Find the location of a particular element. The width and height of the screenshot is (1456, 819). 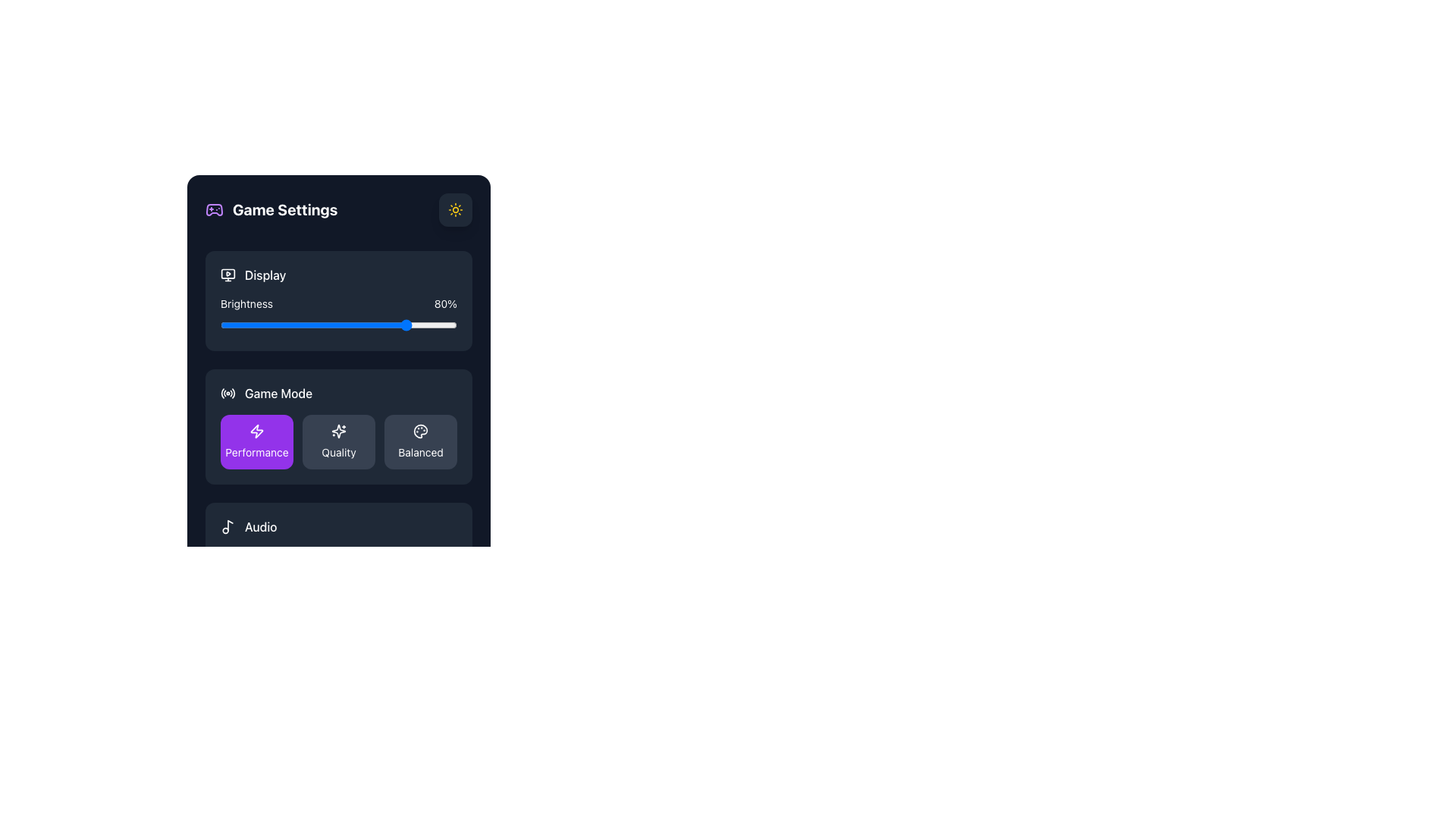

the 'Balanced' text label in the 'Game Mode' section, which is located below the palette icon and to the right of the 'Performance' and 'Quality' labels is located at coordinates (421, 452).